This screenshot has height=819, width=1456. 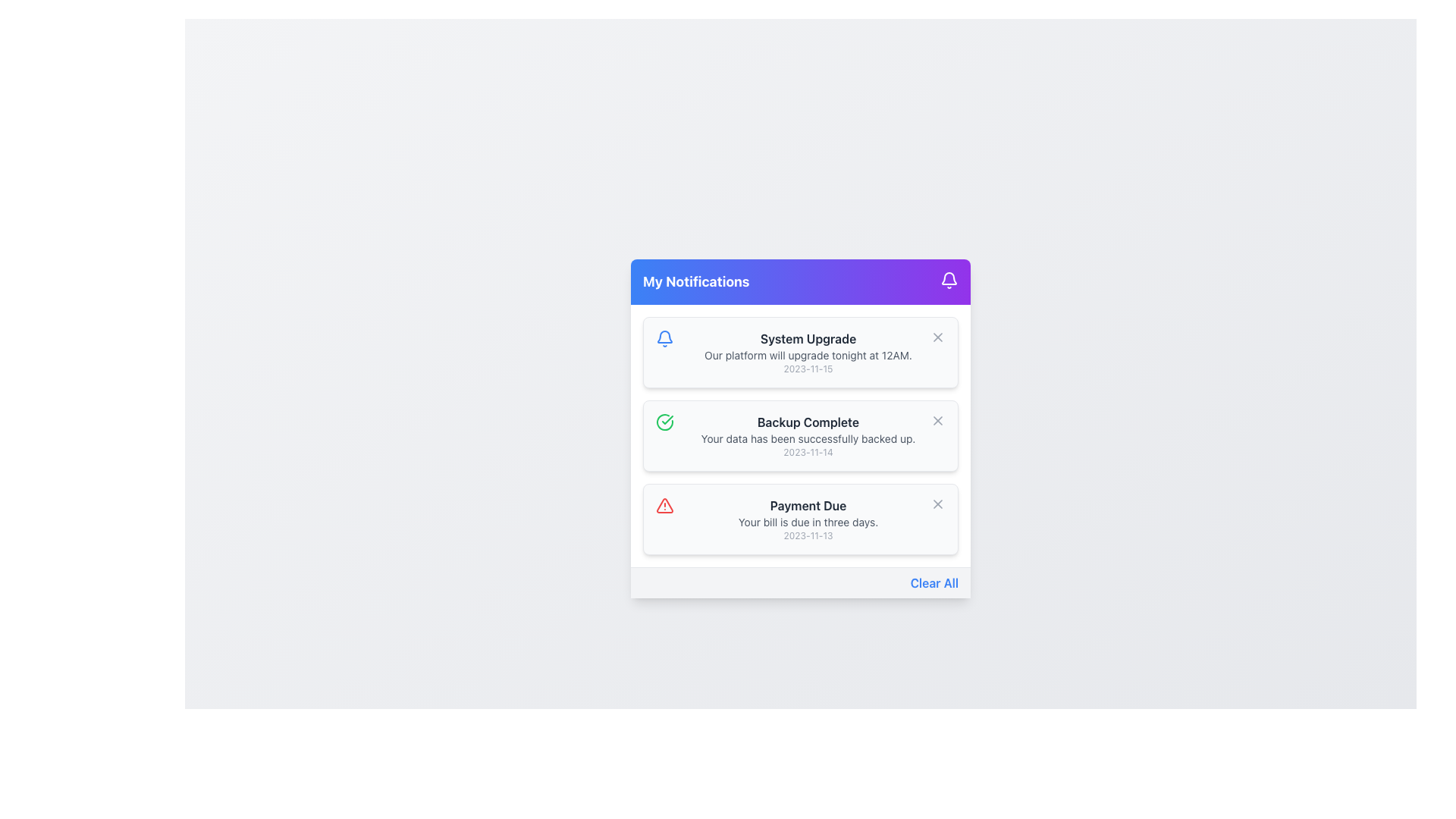 I want to click on information displayed in the notification card titled 'System Upgrade', which includes a blue bell icon, a bold title, a smaller description, and a date, located at the top of the 'My Notifications' panel, so click(x=800, y=351).